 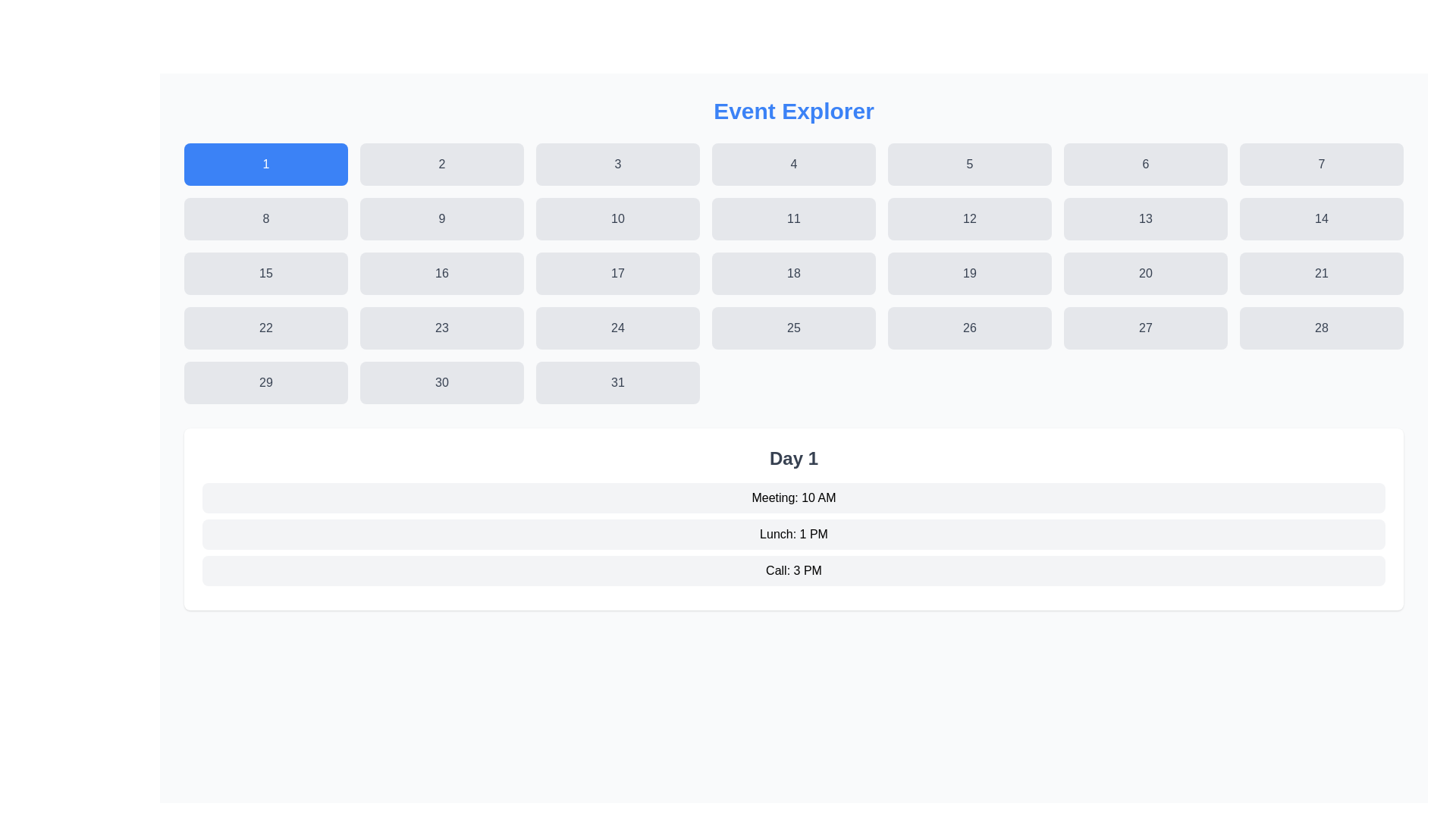 What do you see at coordinates (265, 382) in the screenshot?
I see `the button representing the selectable day '29' in the calendar interface` at bounding box center [265, 382].